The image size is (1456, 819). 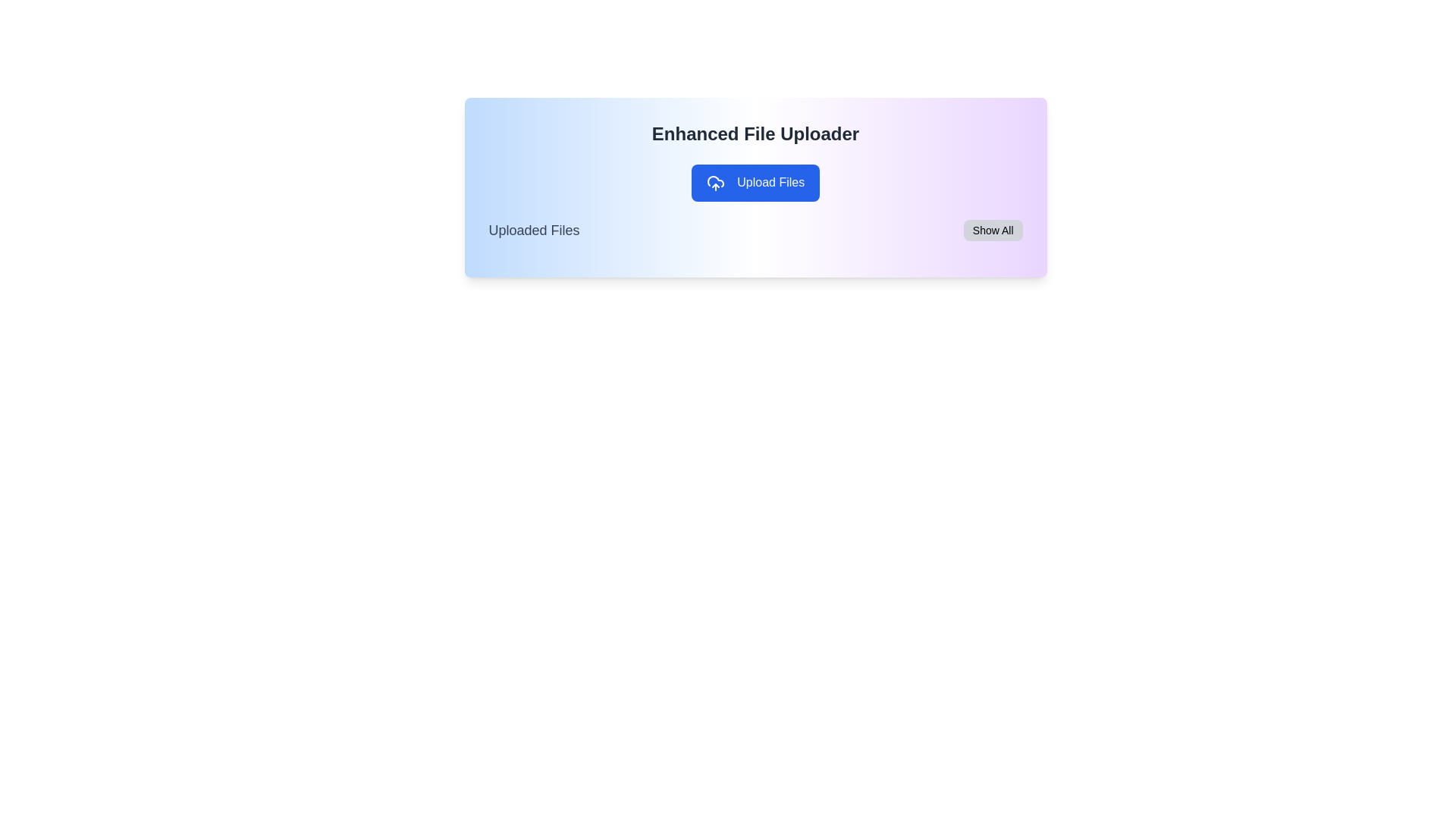 What do you see at coordinates (993, 230) in the screenshot?
I see `the 'Show All' button in the 'Uploaded Files' section to trigger the hover effect` at bounding box center [993, 230].